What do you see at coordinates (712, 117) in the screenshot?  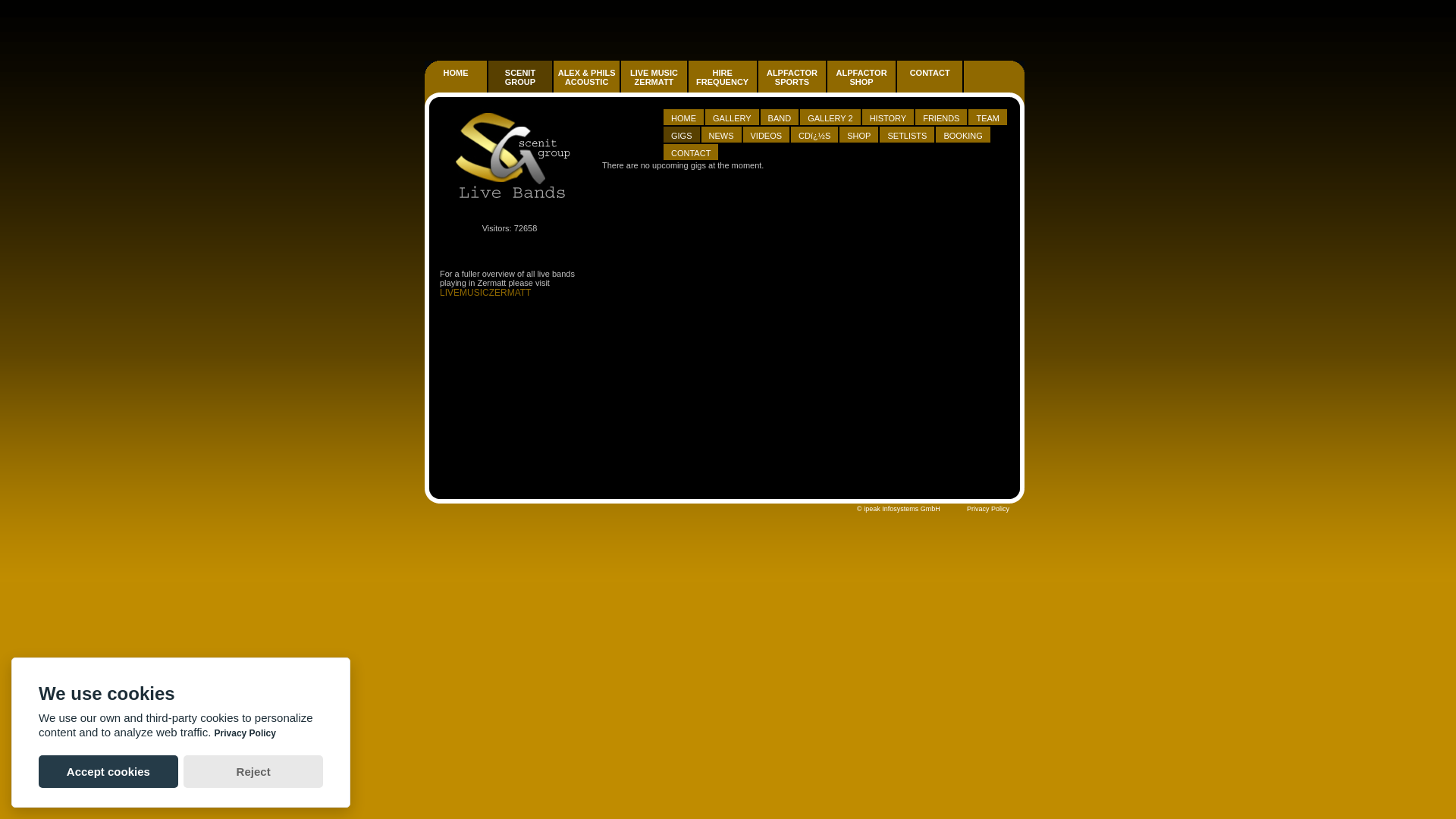 I see `'GALLERY'` at bounding box center [712, 117].